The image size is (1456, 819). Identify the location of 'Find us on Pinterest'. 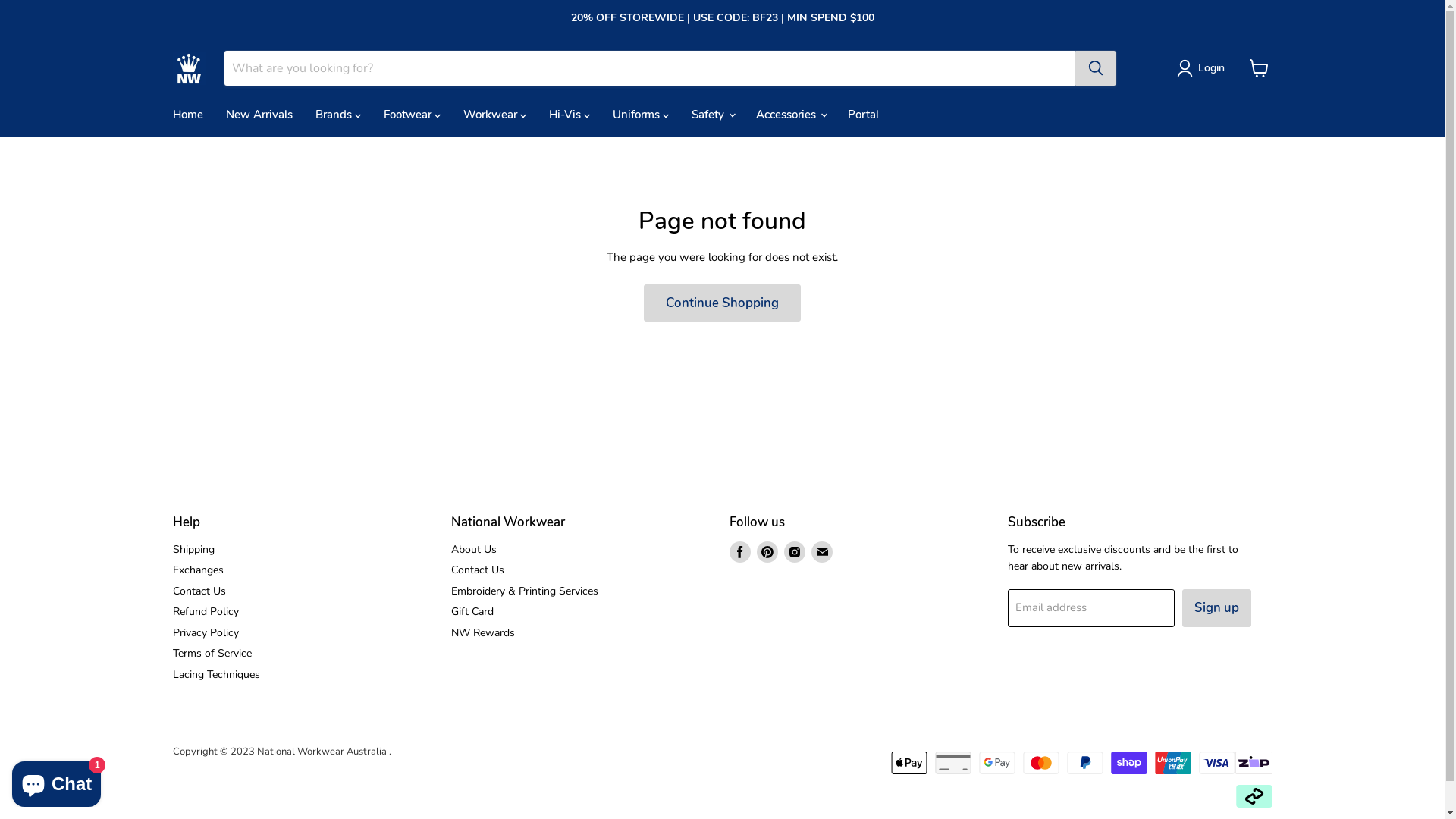
(767, 552).